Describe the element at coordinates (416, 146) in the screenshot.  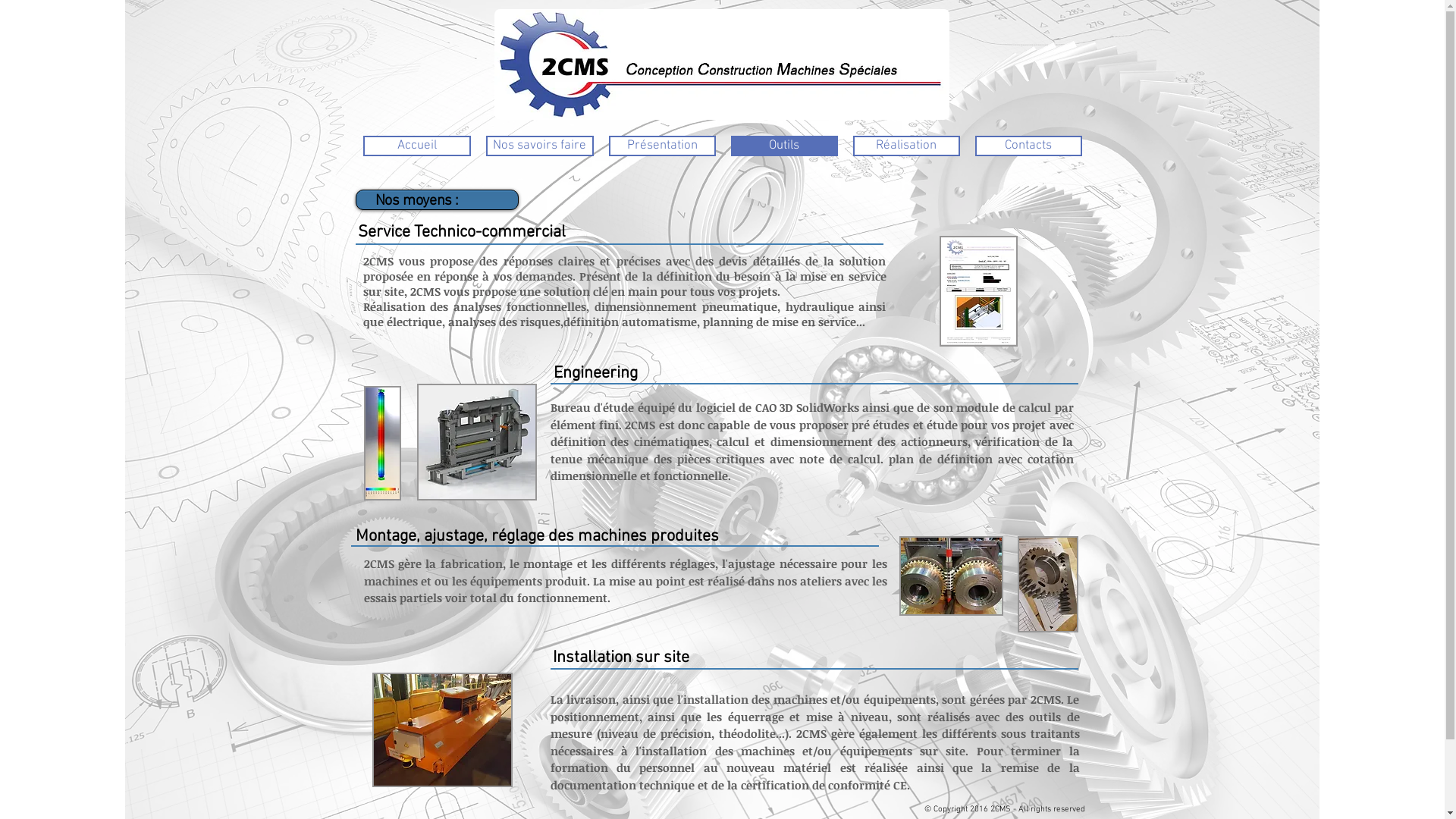
I see `'Accueil'` at that location.